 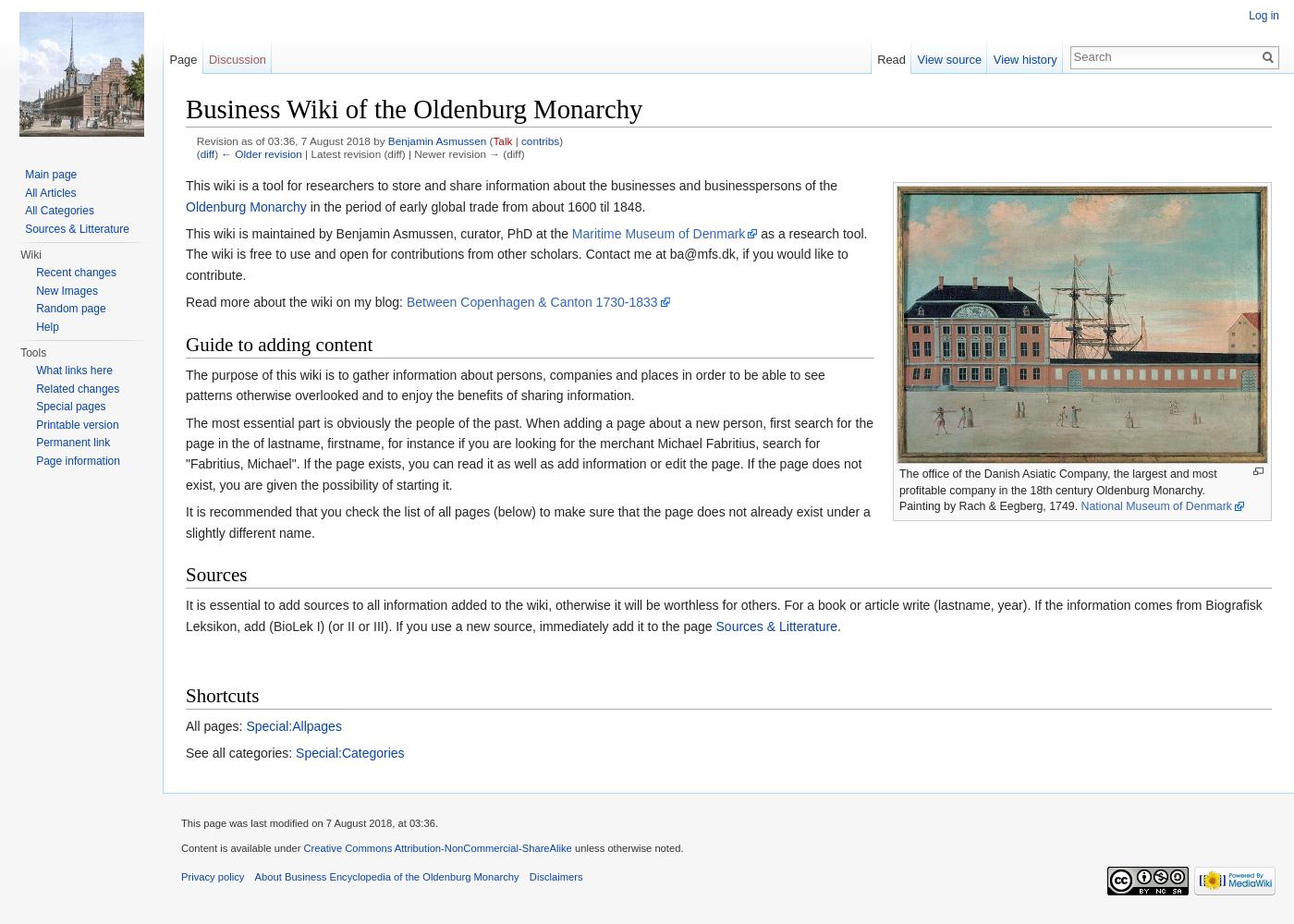 What do you see at coordinates (305, 205) in the screenshot?
I see `'in the period of early global trade from about 1600 til 1848.'` at bounding box center [305, 205].